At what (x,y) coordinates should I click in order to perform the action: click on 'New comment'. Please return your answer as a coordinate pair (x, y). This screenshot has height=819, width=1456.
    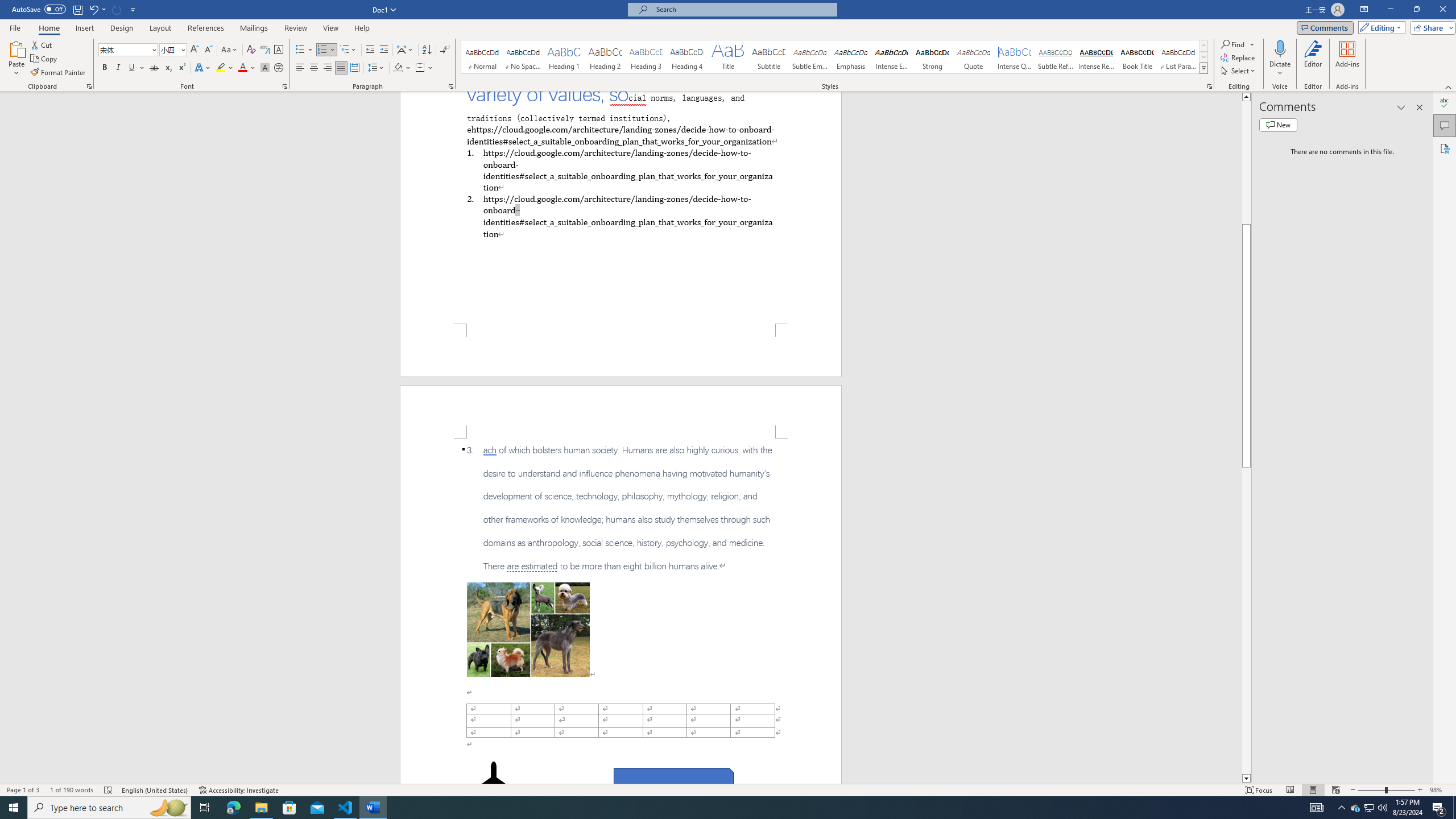
    Looking at the image, I should click on (1277, 124).